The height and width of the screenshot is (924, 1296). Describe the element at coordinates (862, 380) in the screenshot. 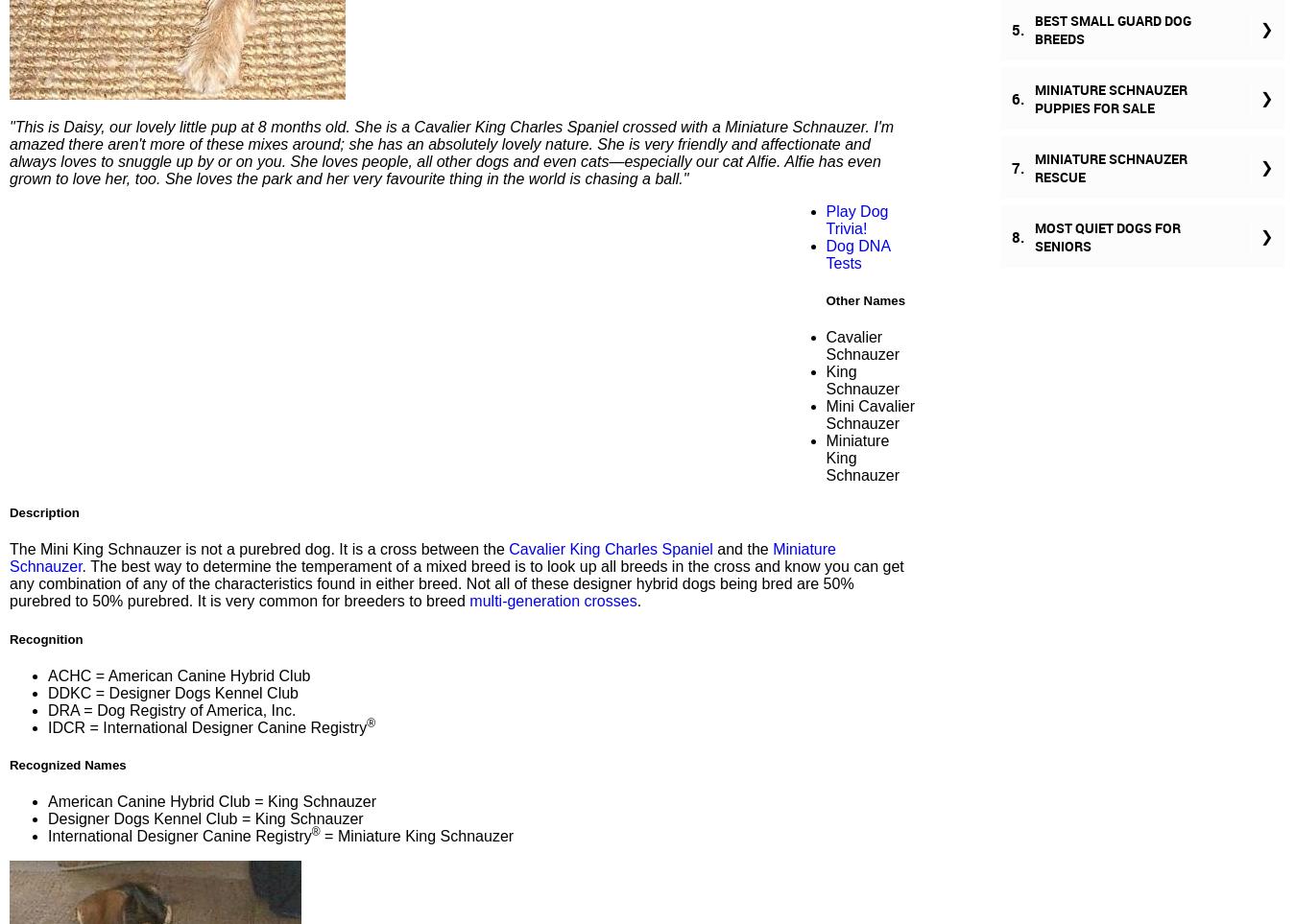

I see `'King Schnauzer'` at that location.